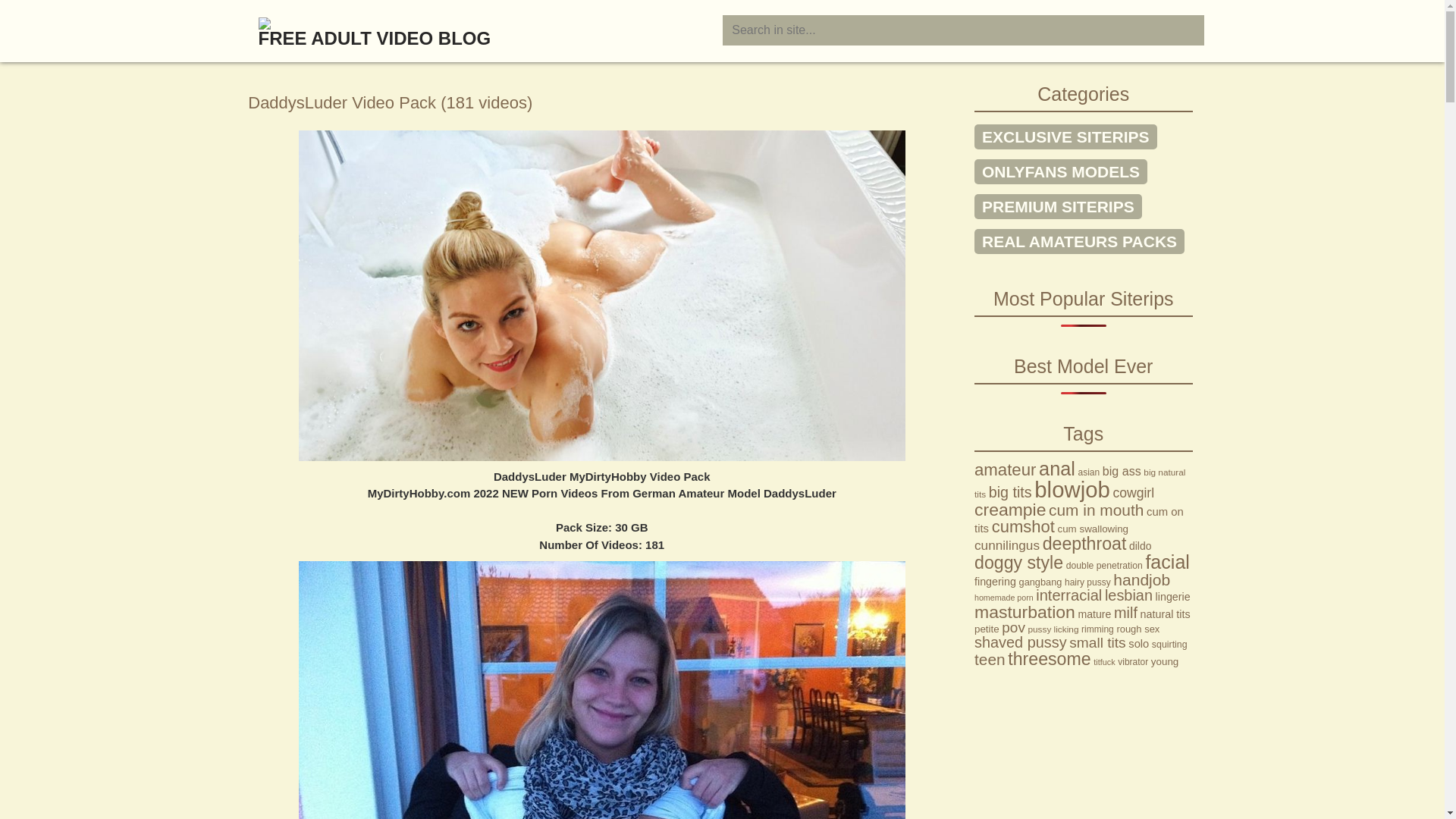  I want to click on 'creampie', so click(1010, 509).